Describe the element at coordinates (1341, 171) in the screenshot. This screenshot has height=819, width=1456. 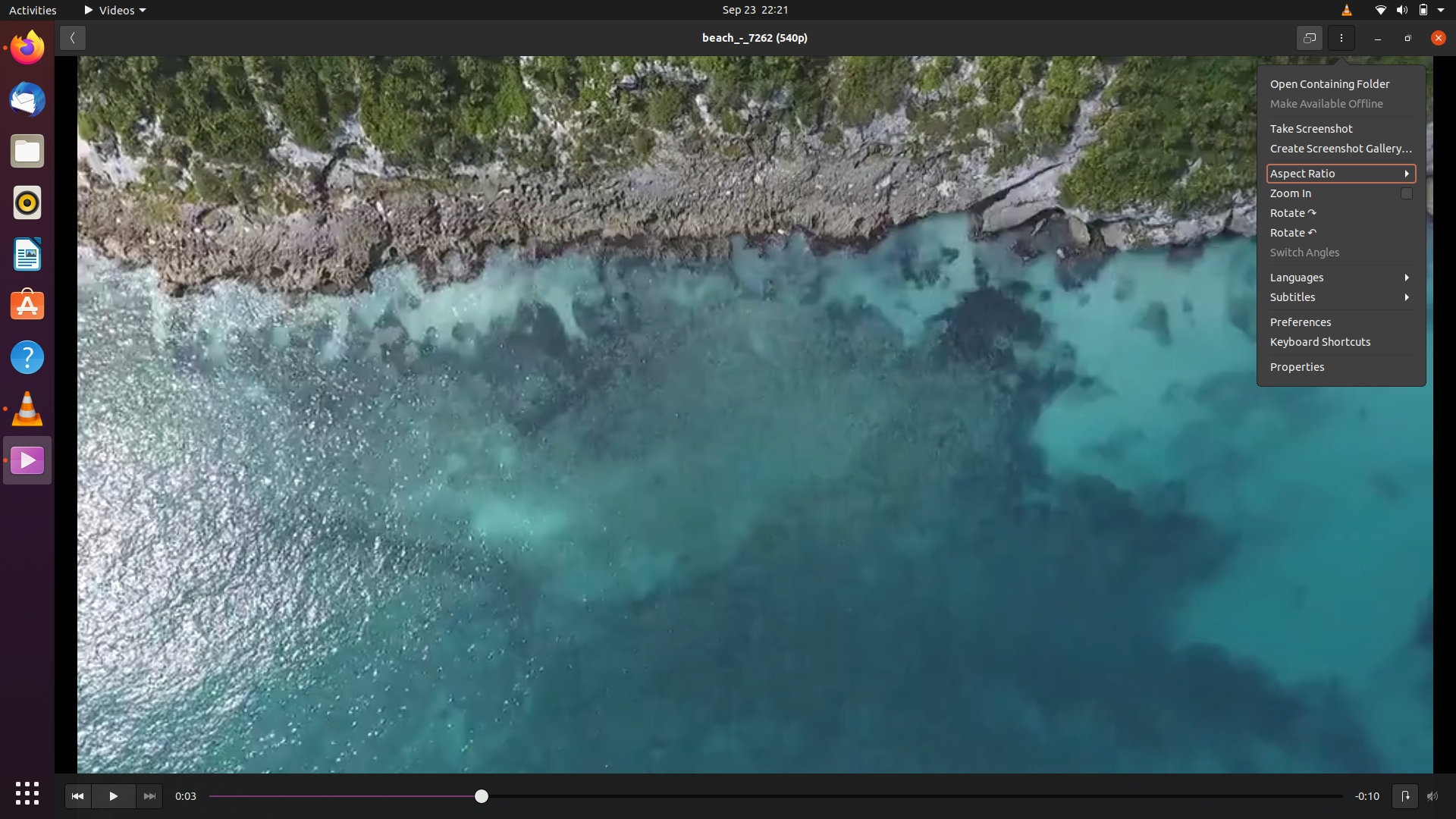
I see `the aspect ratio of the footage to 16:9` at that location.